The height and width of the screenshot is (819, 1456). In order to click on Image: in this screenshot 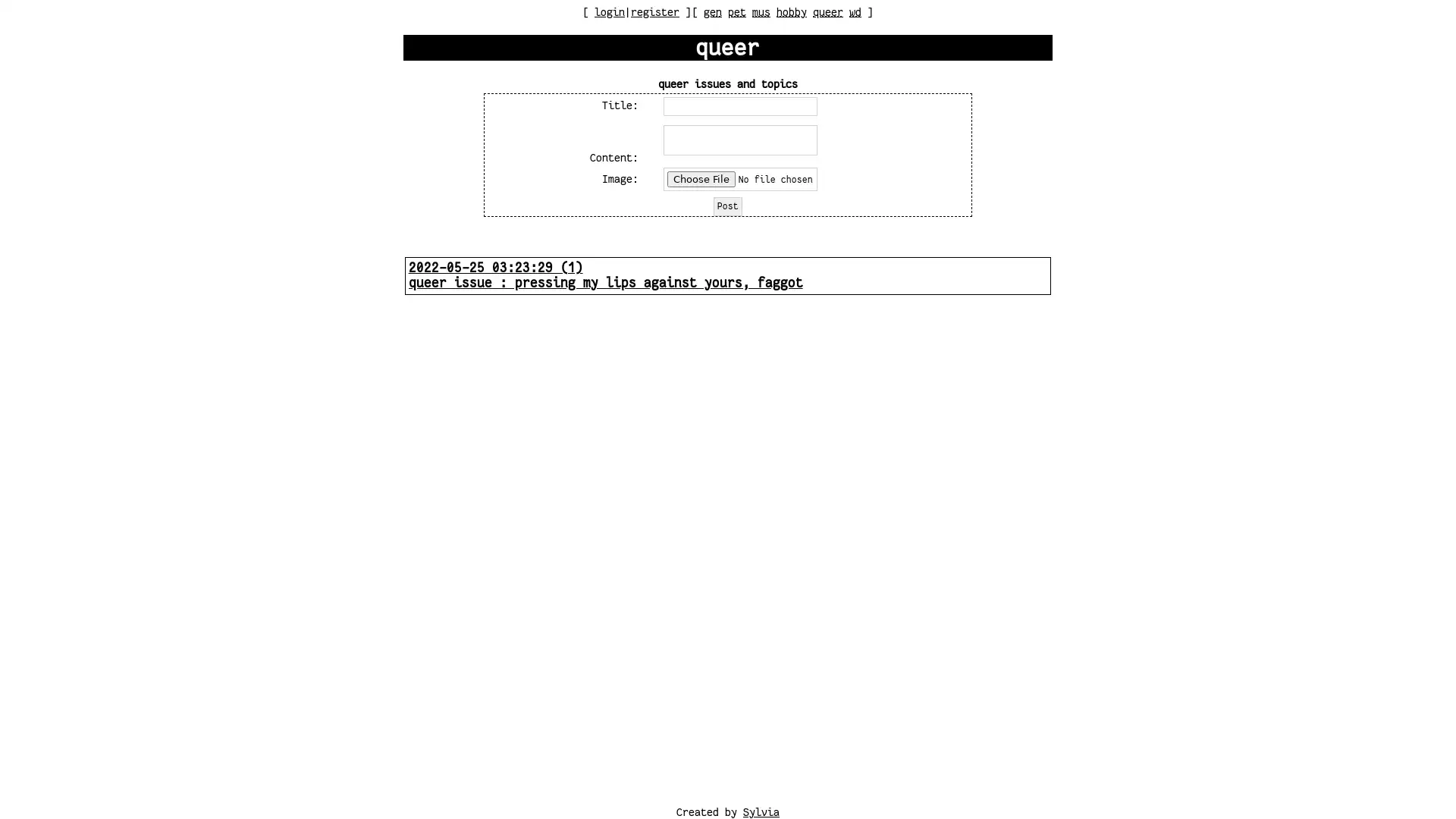, I will do `click(740, 177)`.